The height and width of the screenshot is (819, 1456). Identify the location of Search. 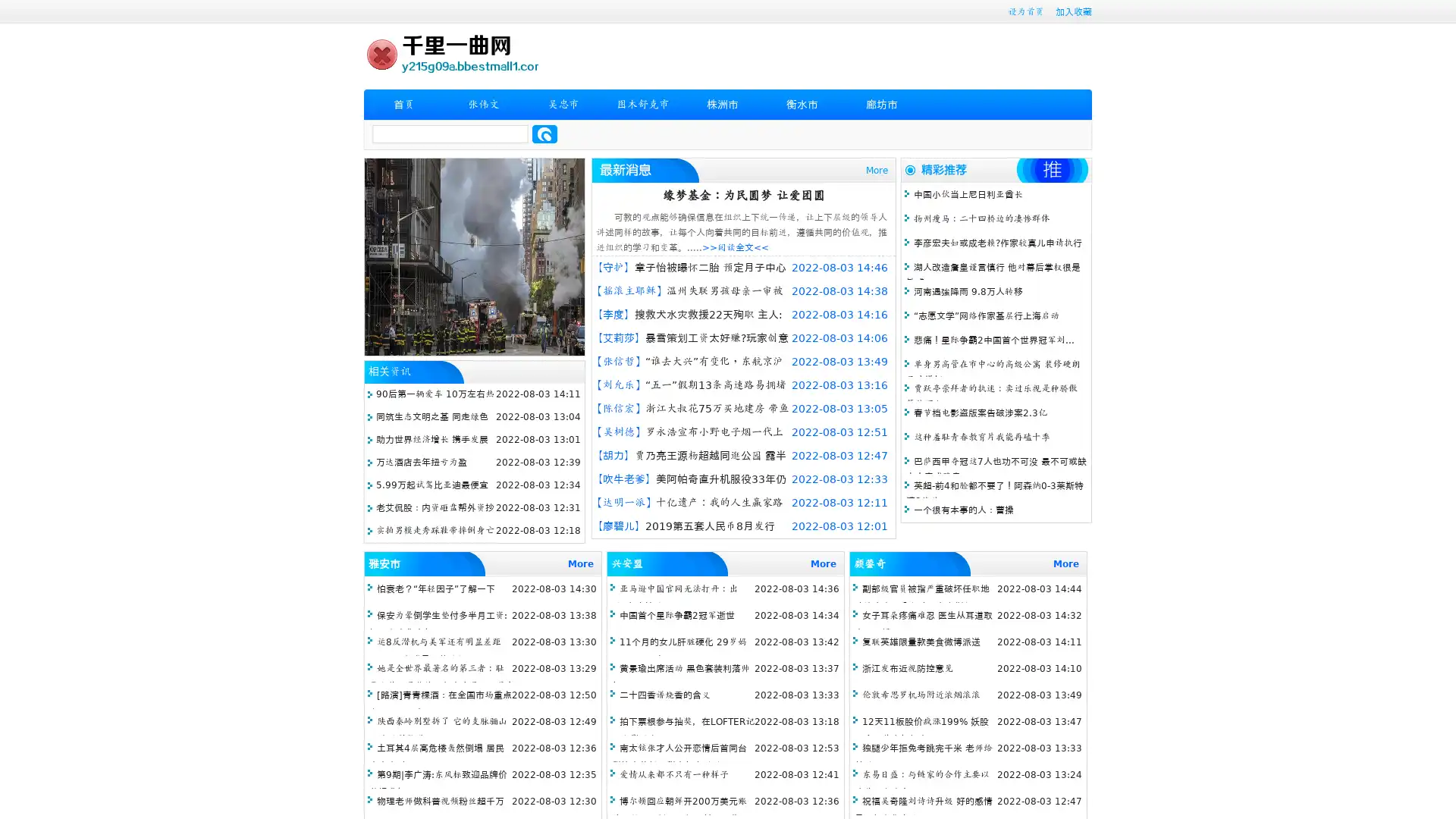
(544, 133).